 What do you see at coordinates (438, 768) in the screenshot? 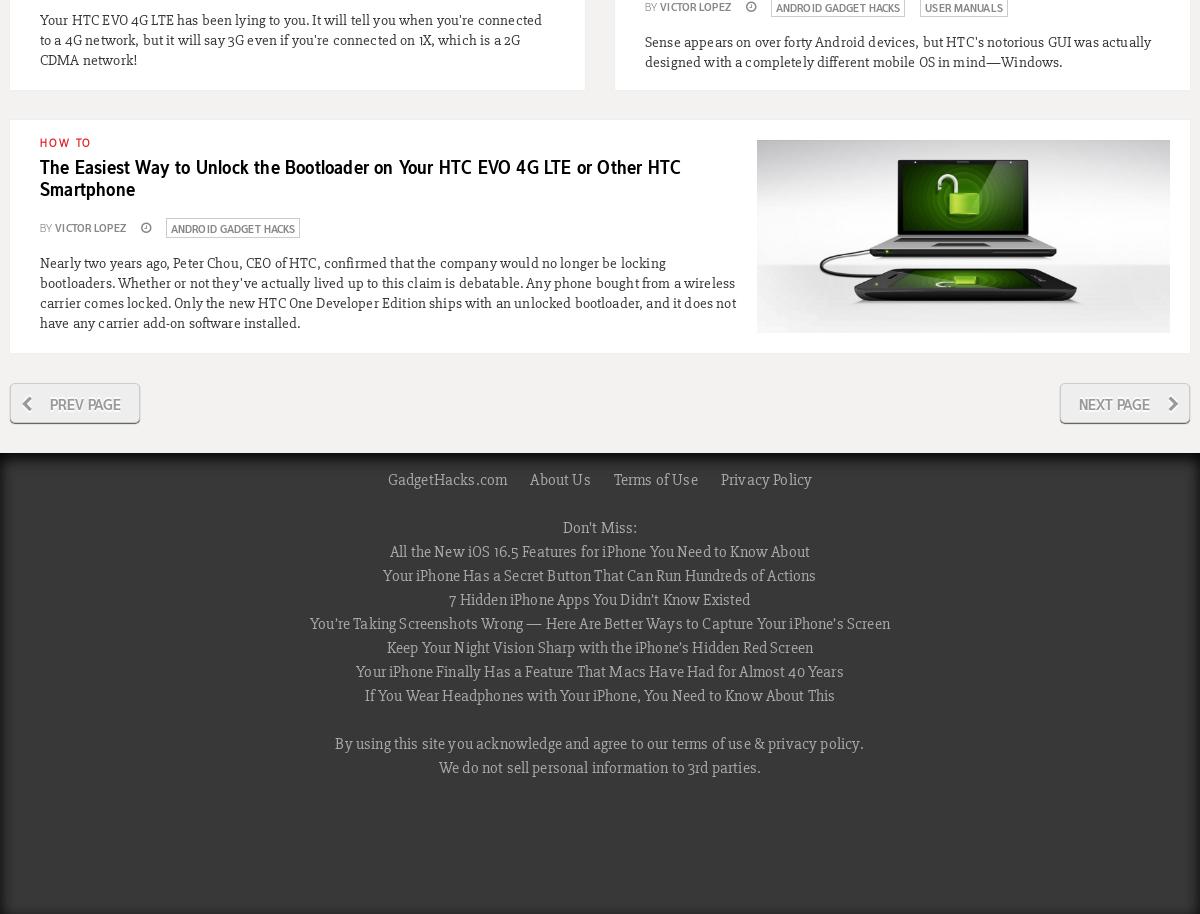
I see `'We do not sell personal information to 3rd parties.'` at bounding box center [438, 768].